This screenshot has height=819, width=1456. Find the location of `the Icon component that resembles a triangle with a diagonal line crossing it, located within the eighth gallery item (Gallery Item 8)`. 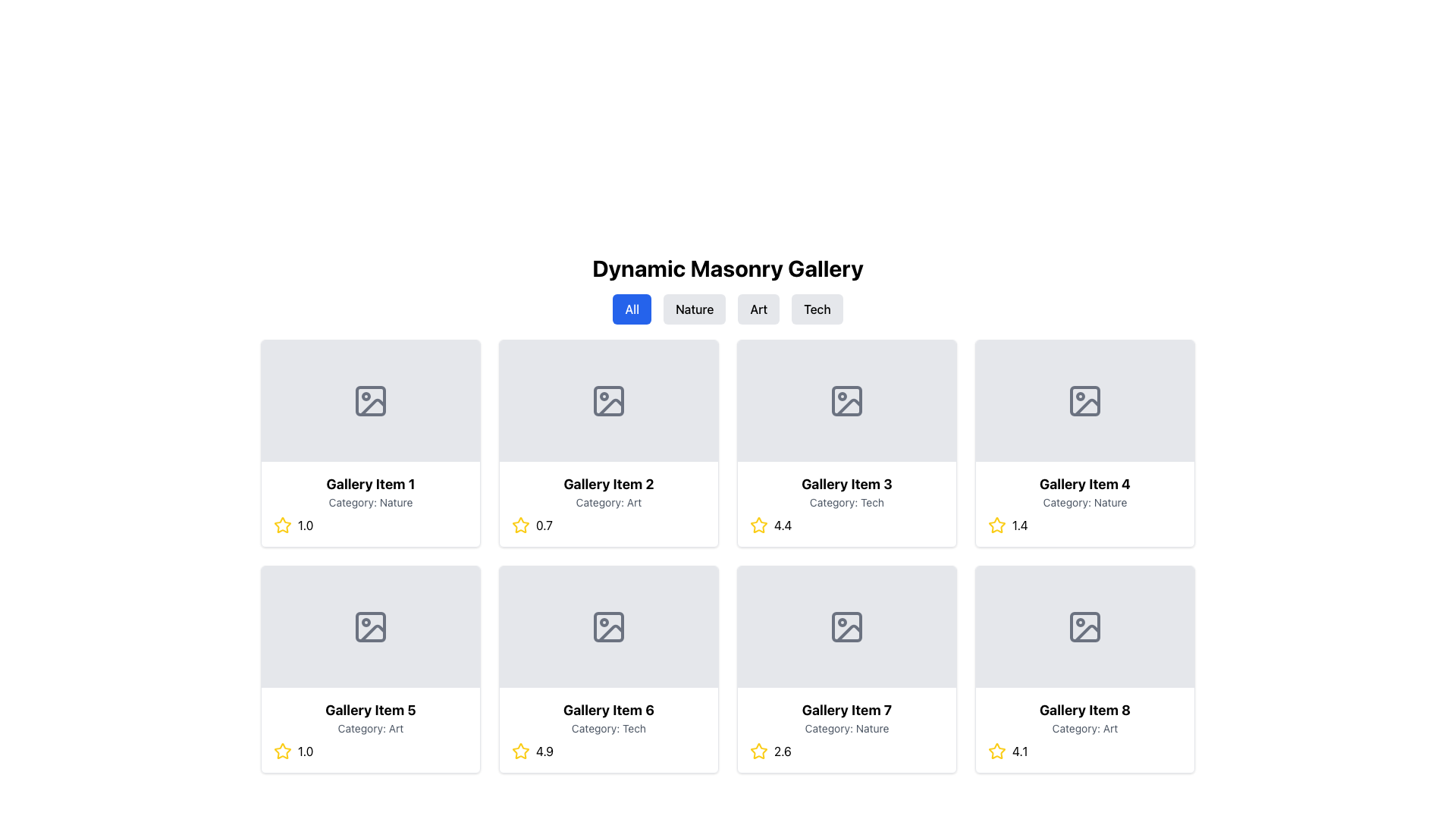

the Icon component that resembles a triangle with a diagonal line crossing it, located within the eighth gallery item (Gallery Item 8) is located at coordinates (1087, 632).